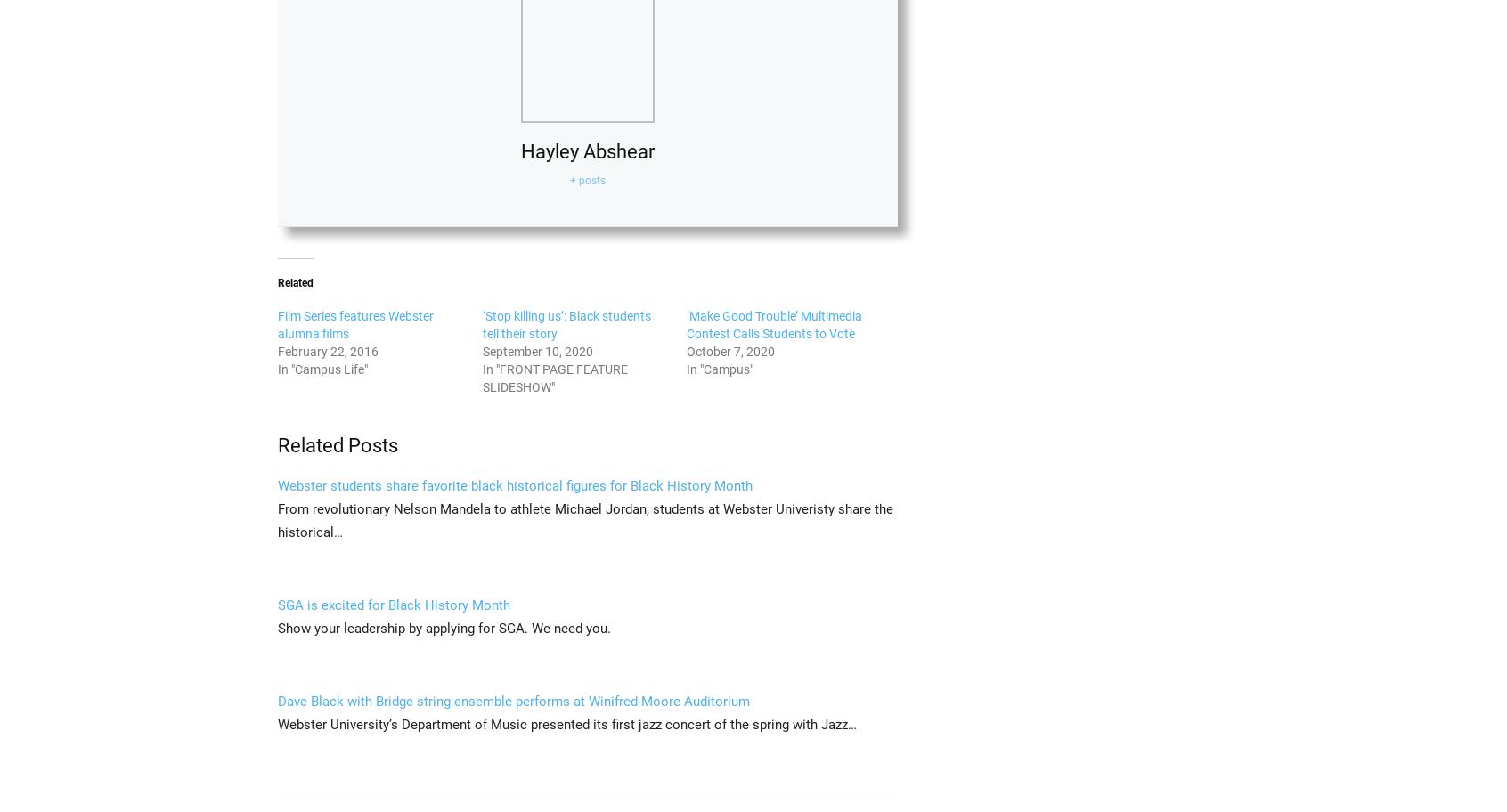 This screenshot has height=812, width=1507. Describe the element at coordinates (338, 443) in the screenshot. I see `'Related Posts'` at that location.